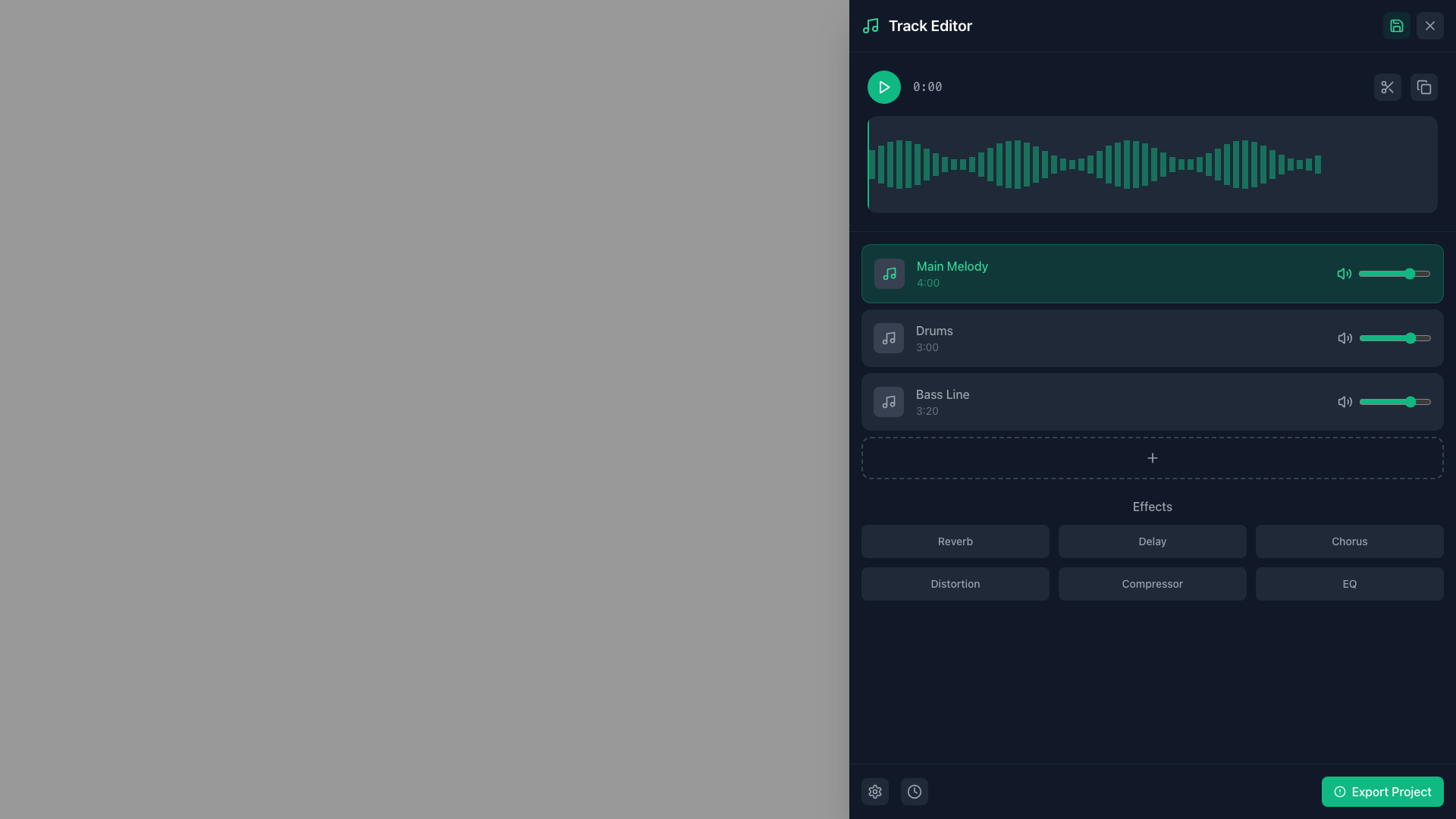 This screenshot has height=819, width=1456. Describe the element at coordinates (1413, 274) in the screenshot. I see `the slider value` at that location.